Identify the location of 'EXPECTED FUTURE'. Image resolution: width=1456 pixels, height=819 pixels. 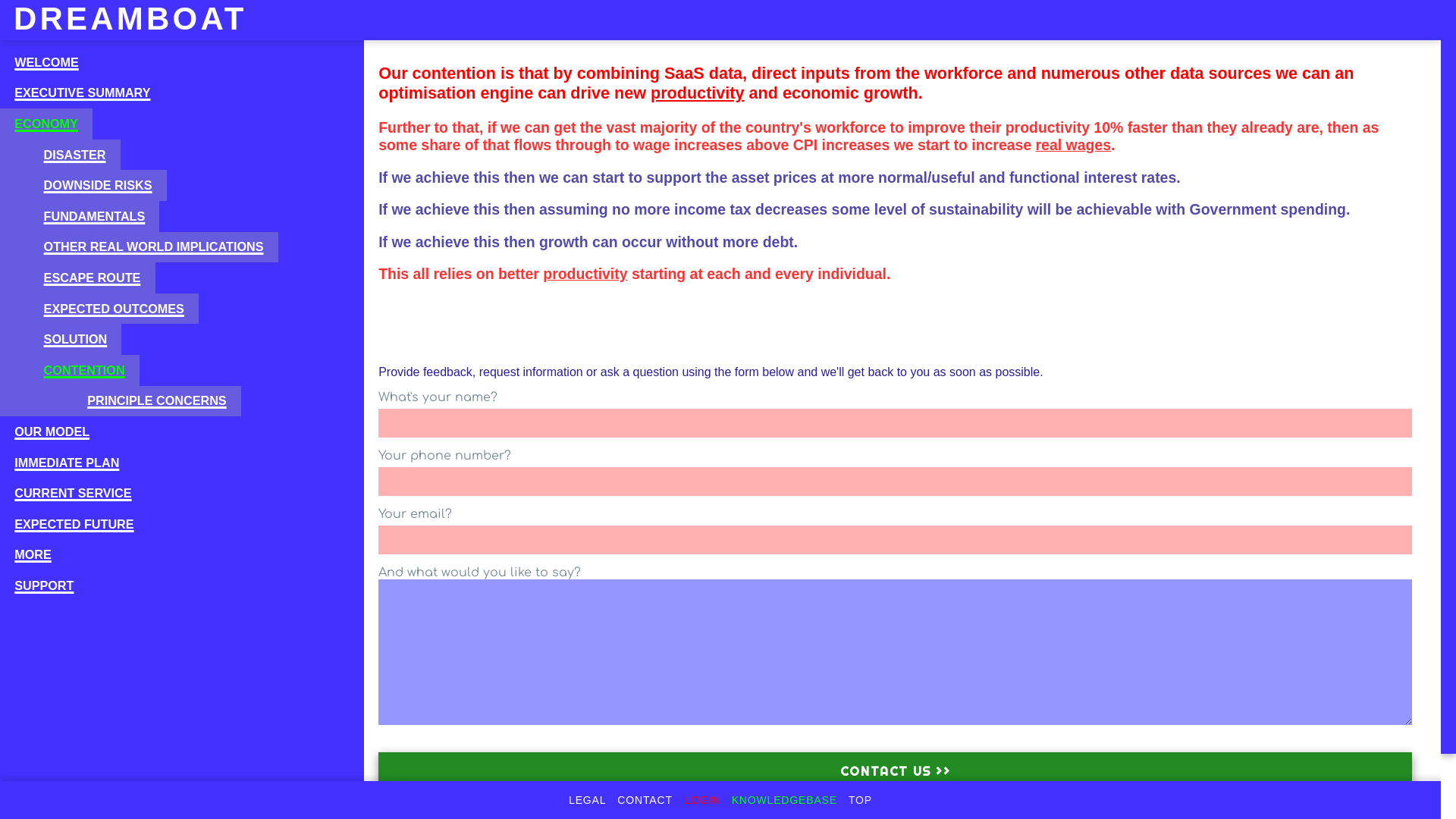
(73, 523).